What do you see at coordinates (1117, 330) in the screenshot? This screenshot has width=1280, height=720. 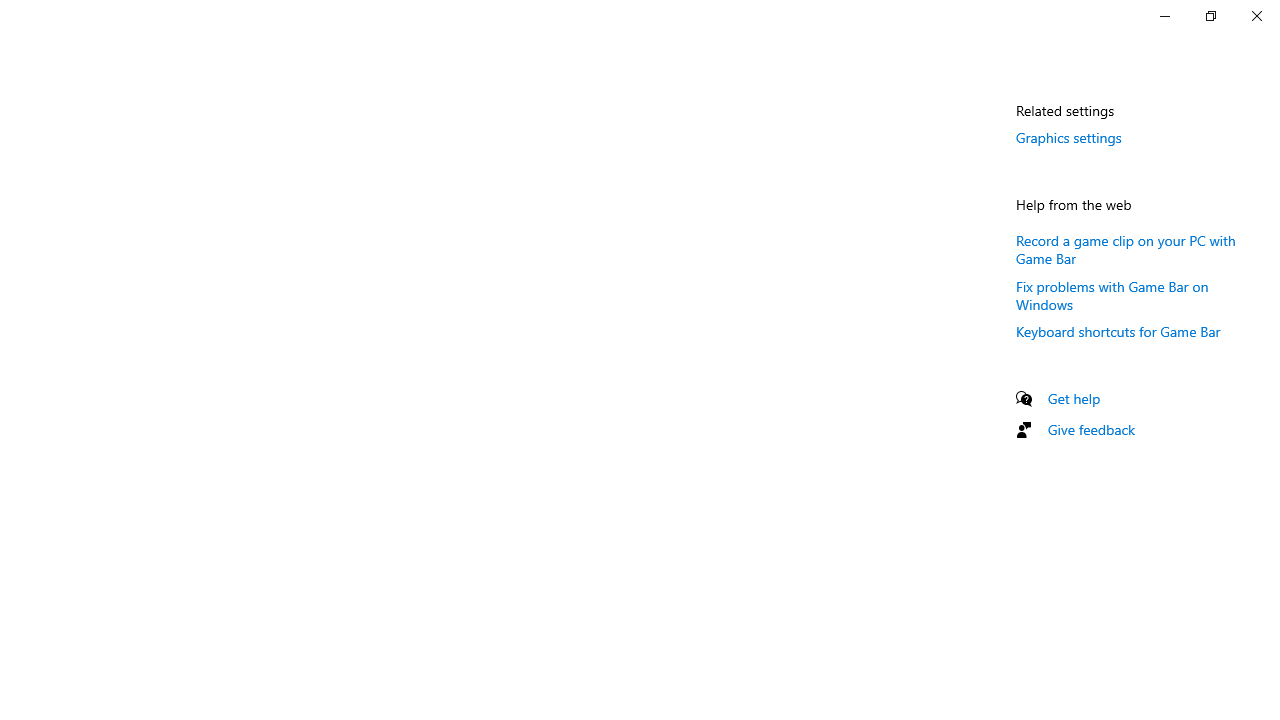 I see `'Keyboard shortcuts for Game Bar'` at bounding box center [1117, 330].